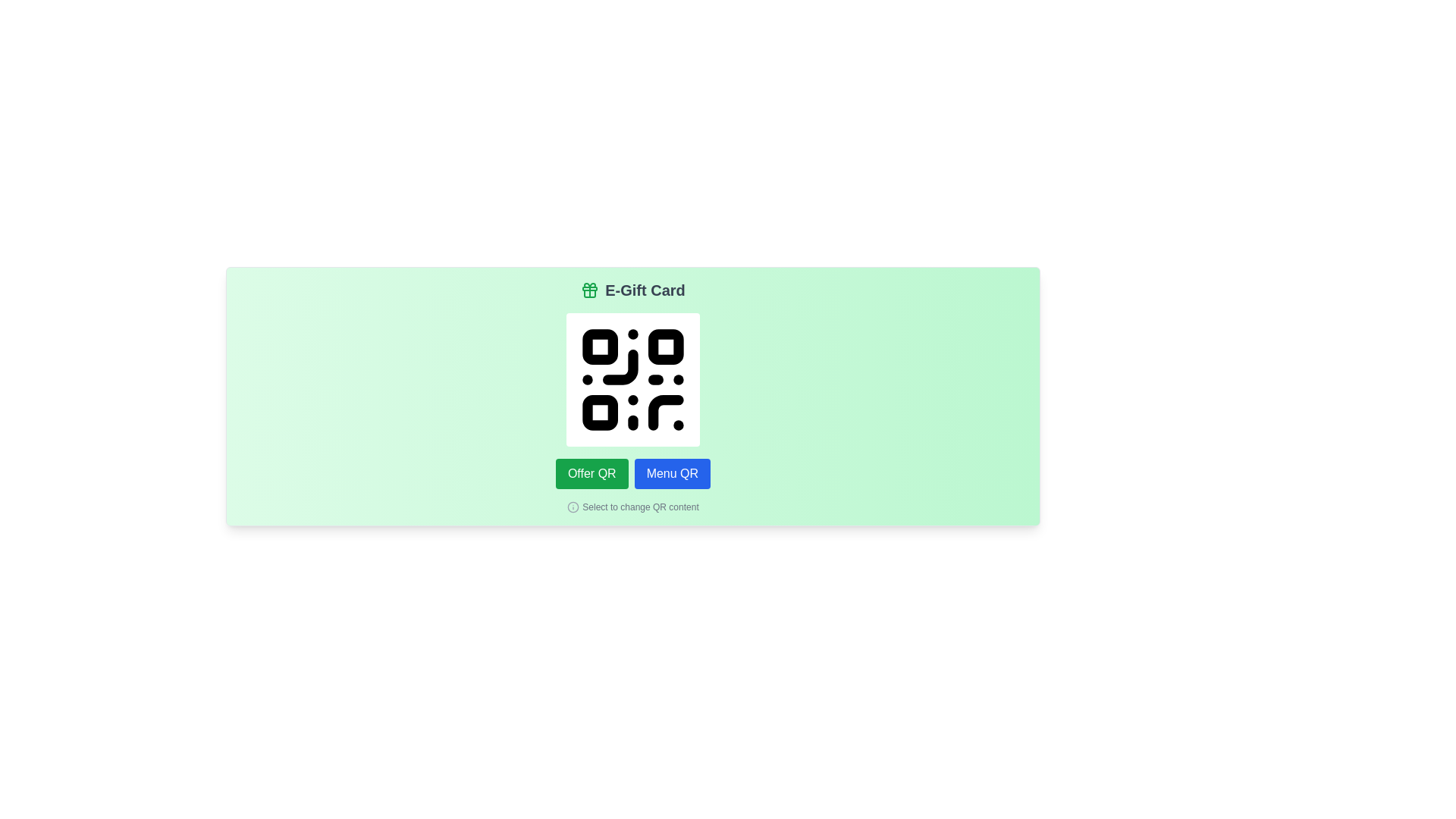 This screenshot has height=819, width=1456. Describe the element at coordinates (671, 472) in the screenshot. I see `the second button in the horizontal layout below the displayed QR code image, which is intended` at that location.